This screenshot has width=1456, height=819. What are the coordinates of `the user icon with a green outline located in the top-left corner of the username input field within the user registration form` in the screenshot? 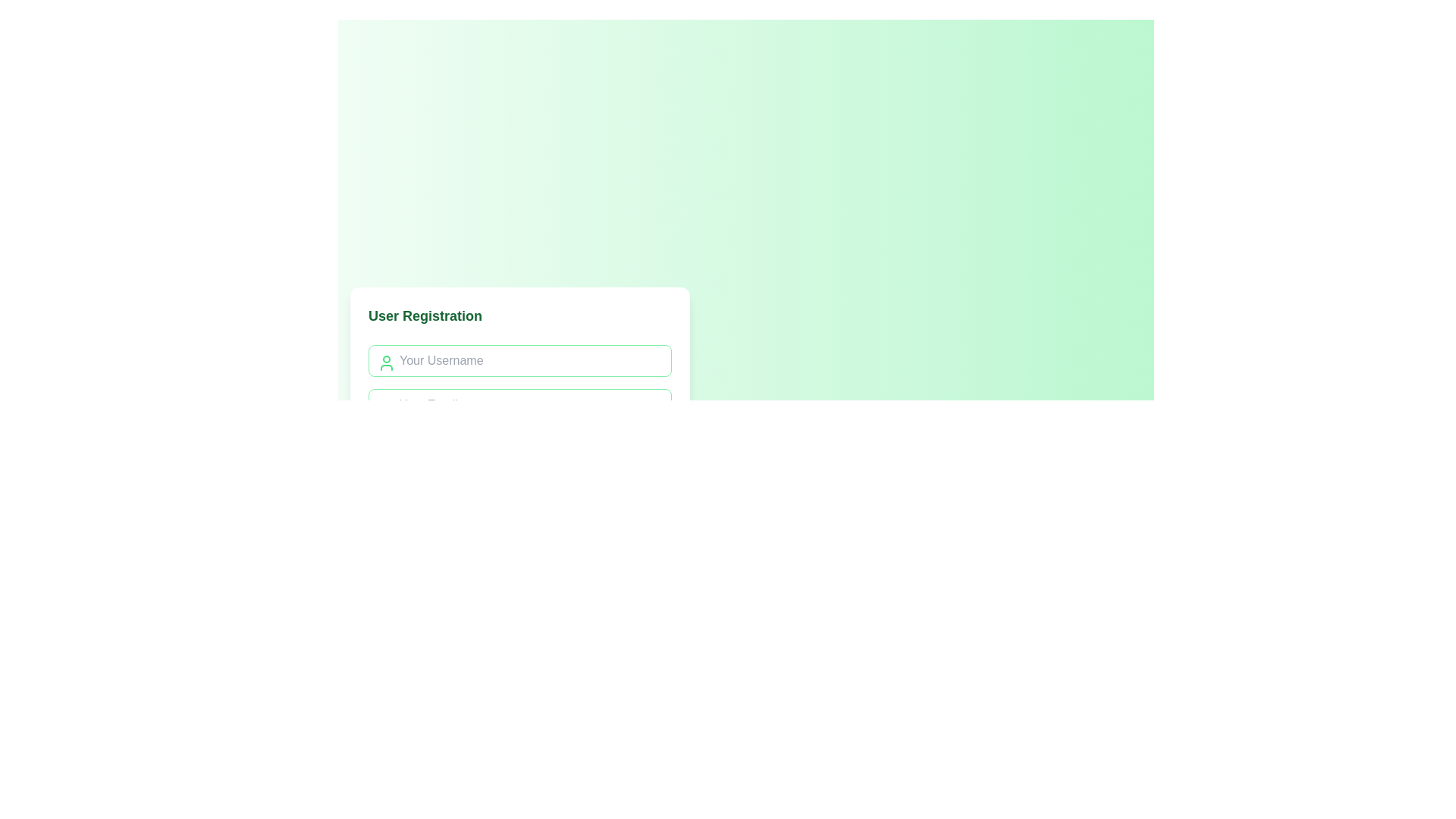 It's located at (386, 362).